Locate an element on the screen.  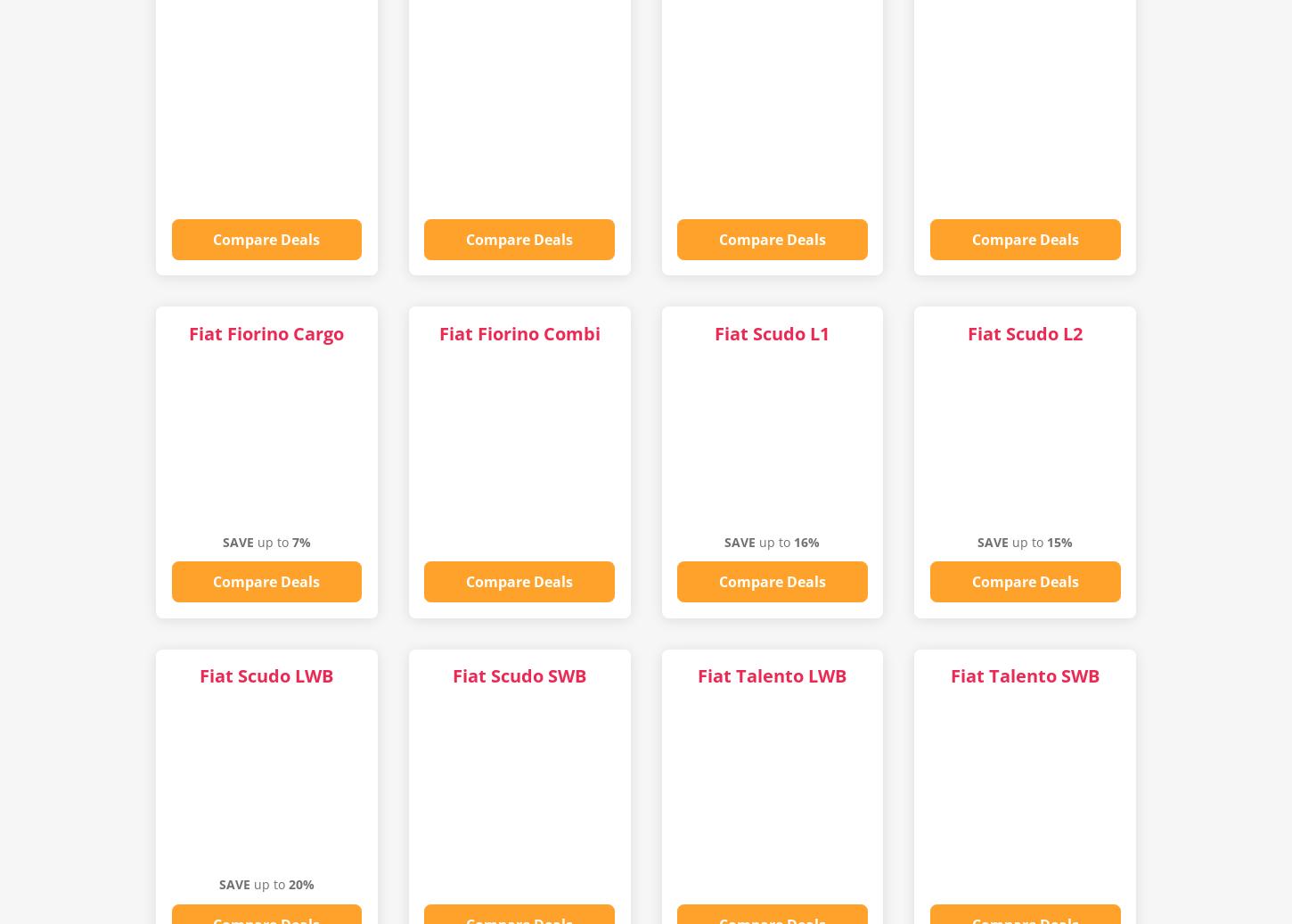
'Fiat Talento LWB' is located at coordinates (771, 675).